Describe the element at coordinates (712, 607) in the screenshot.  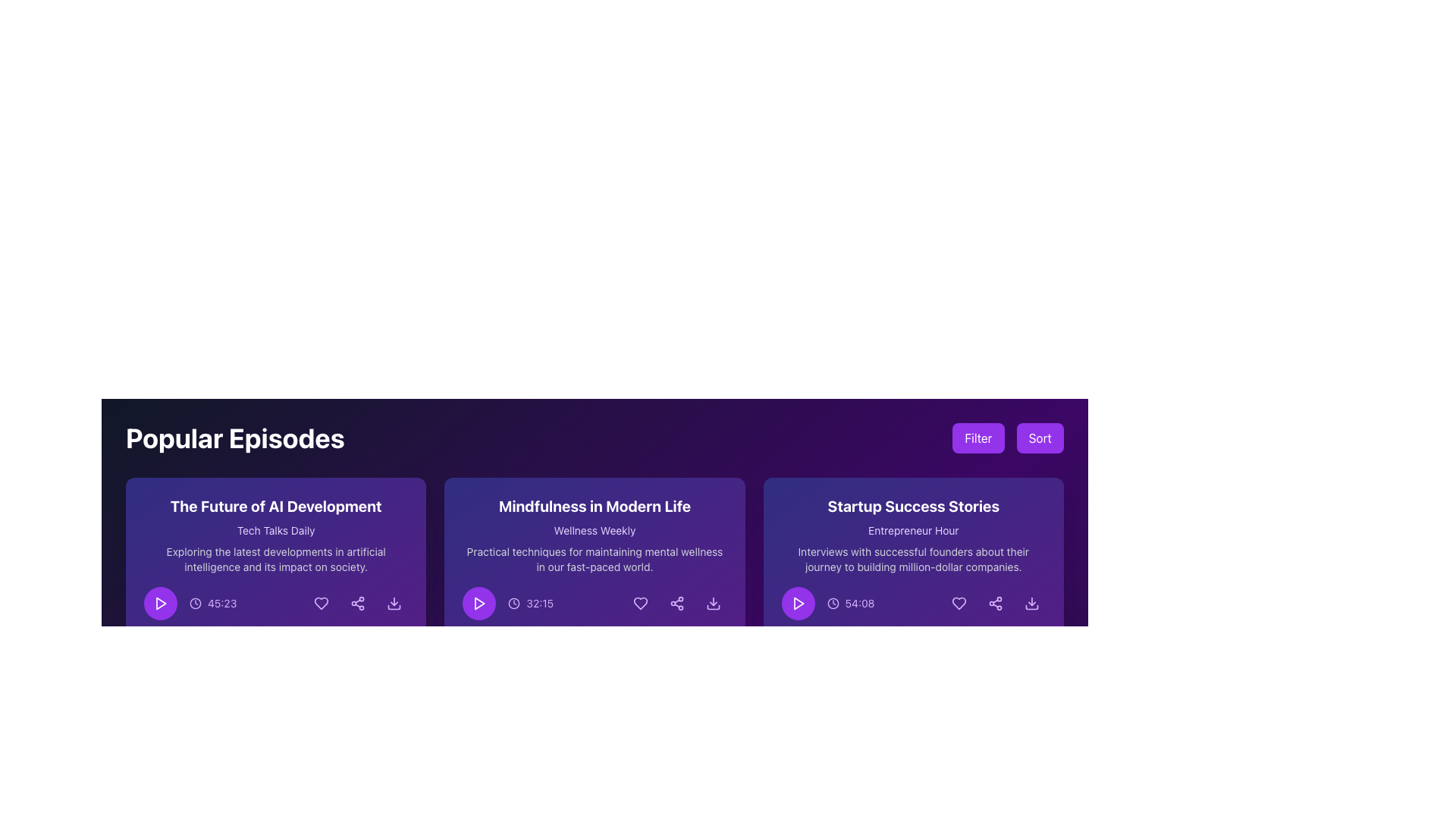
I see `the rectangular red download icon located at the bottom right corner of the 'Mindfulness in Modern Life' card, which is situated directly to the right of the 'share' icon` at that location.